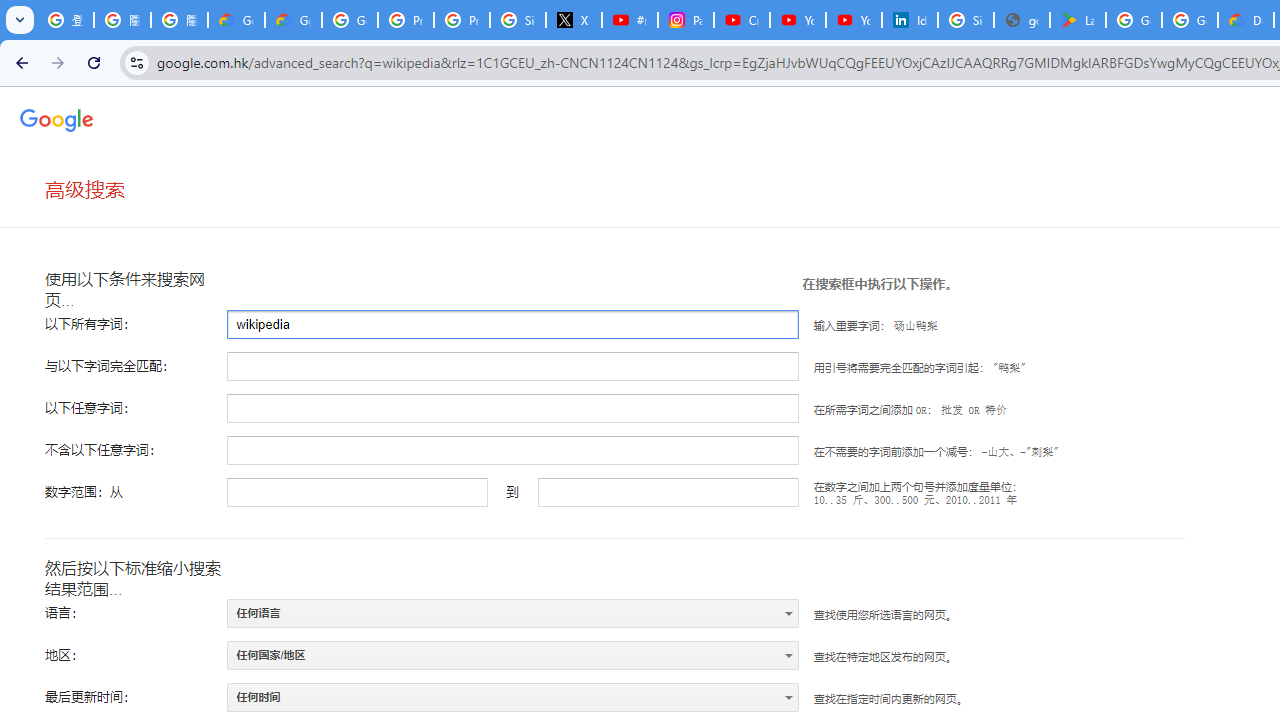 The width and height of the screenshot is (1280, 720). Describe the element at coordinates (1076, 20) in the screenshot. I see `'Last Shelter: Survival - Apps on Google Play'` at that location.